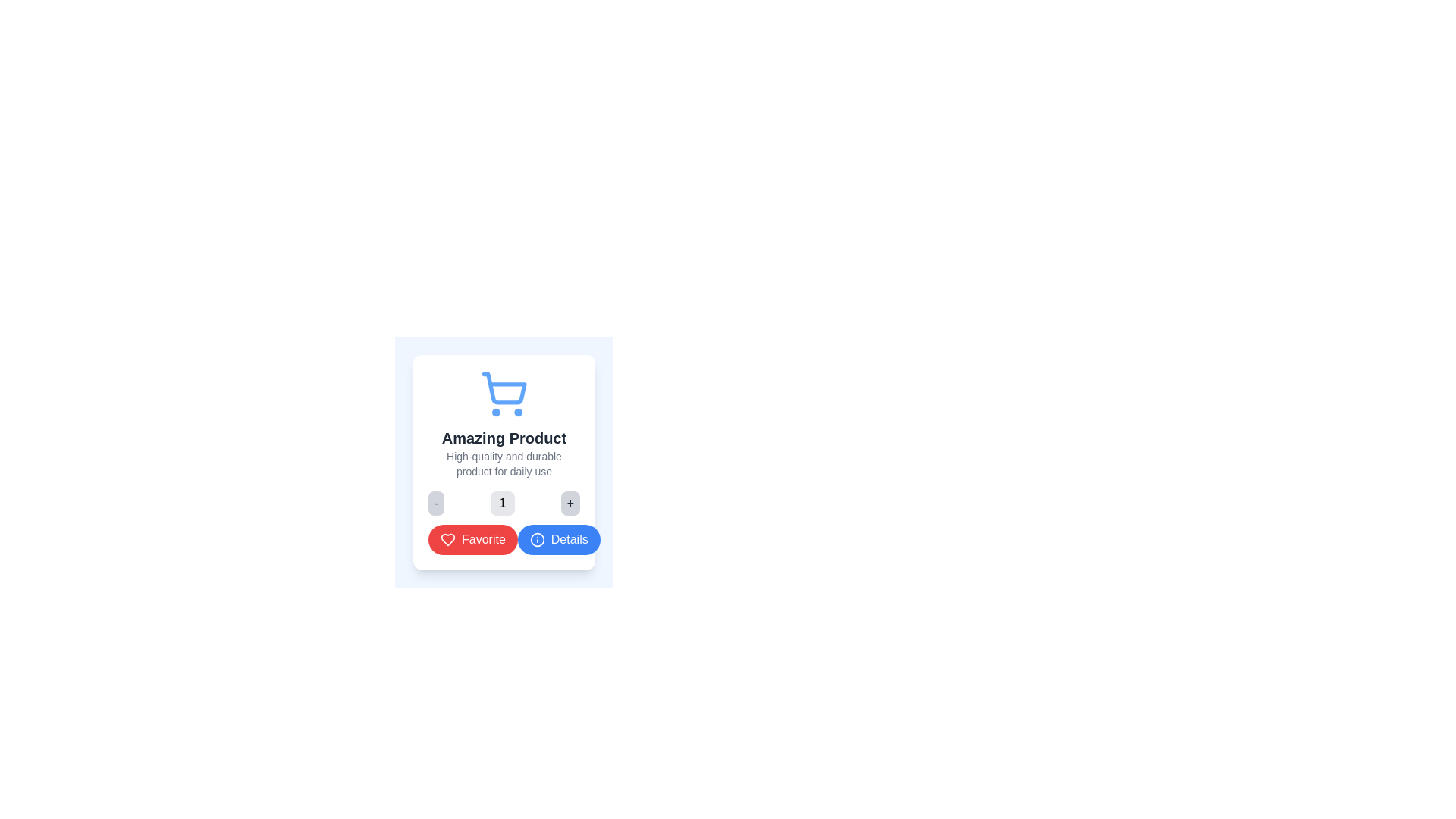  What do you see at coordinates (558, 539) in the screenshot?
I see `the blue rounded rectangle button labeled 'Details' located at the bottom of the card, positioned to the right of the 'Favorite' button, for a visual cue` at bounding box center [558, 539].